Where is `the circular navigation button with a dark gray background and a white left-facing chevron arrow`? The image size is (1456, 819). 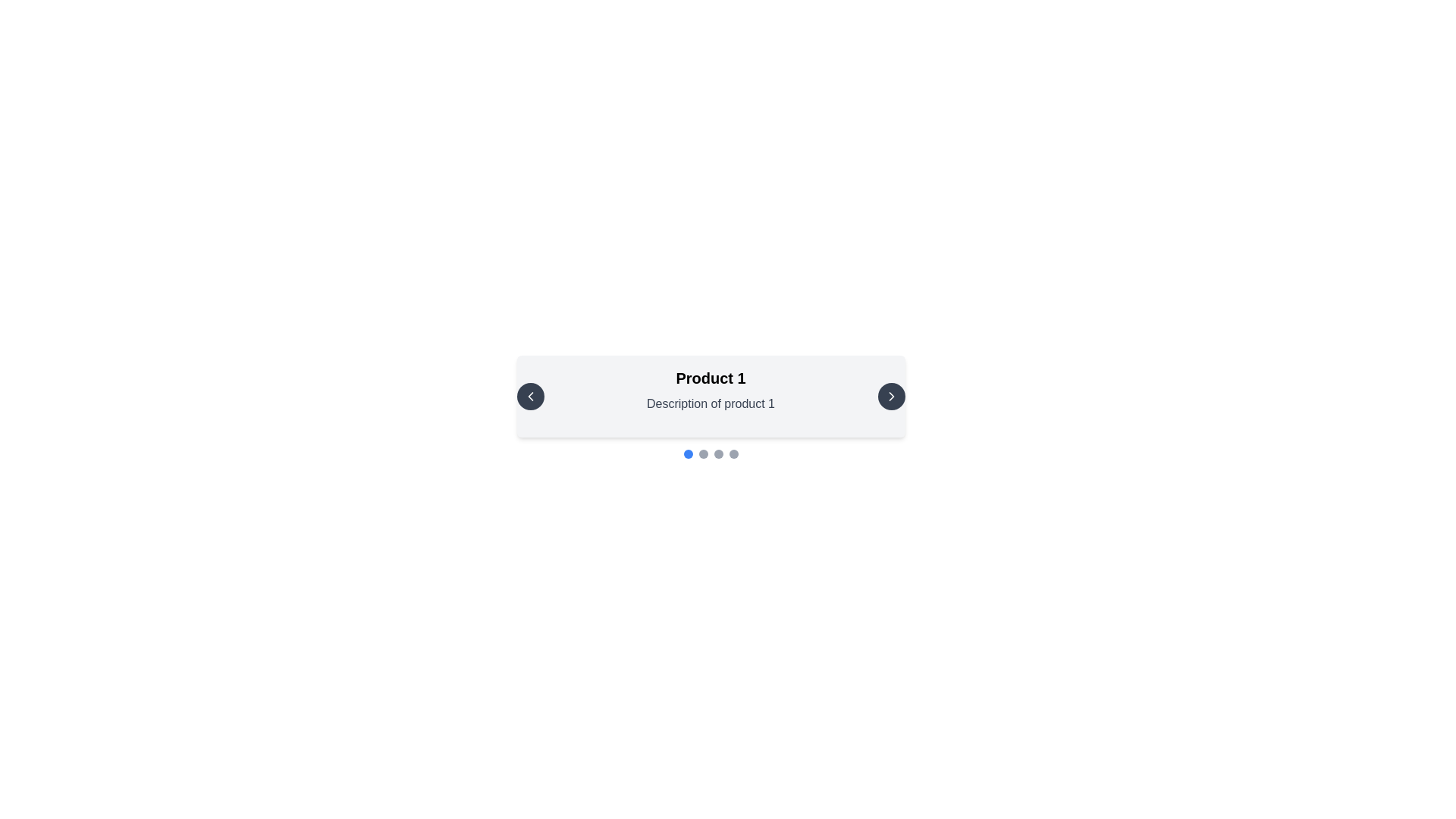
the circular navigation button with a dark gray background and a white left-facing chevron arrow is located at coordinates (530, 396).